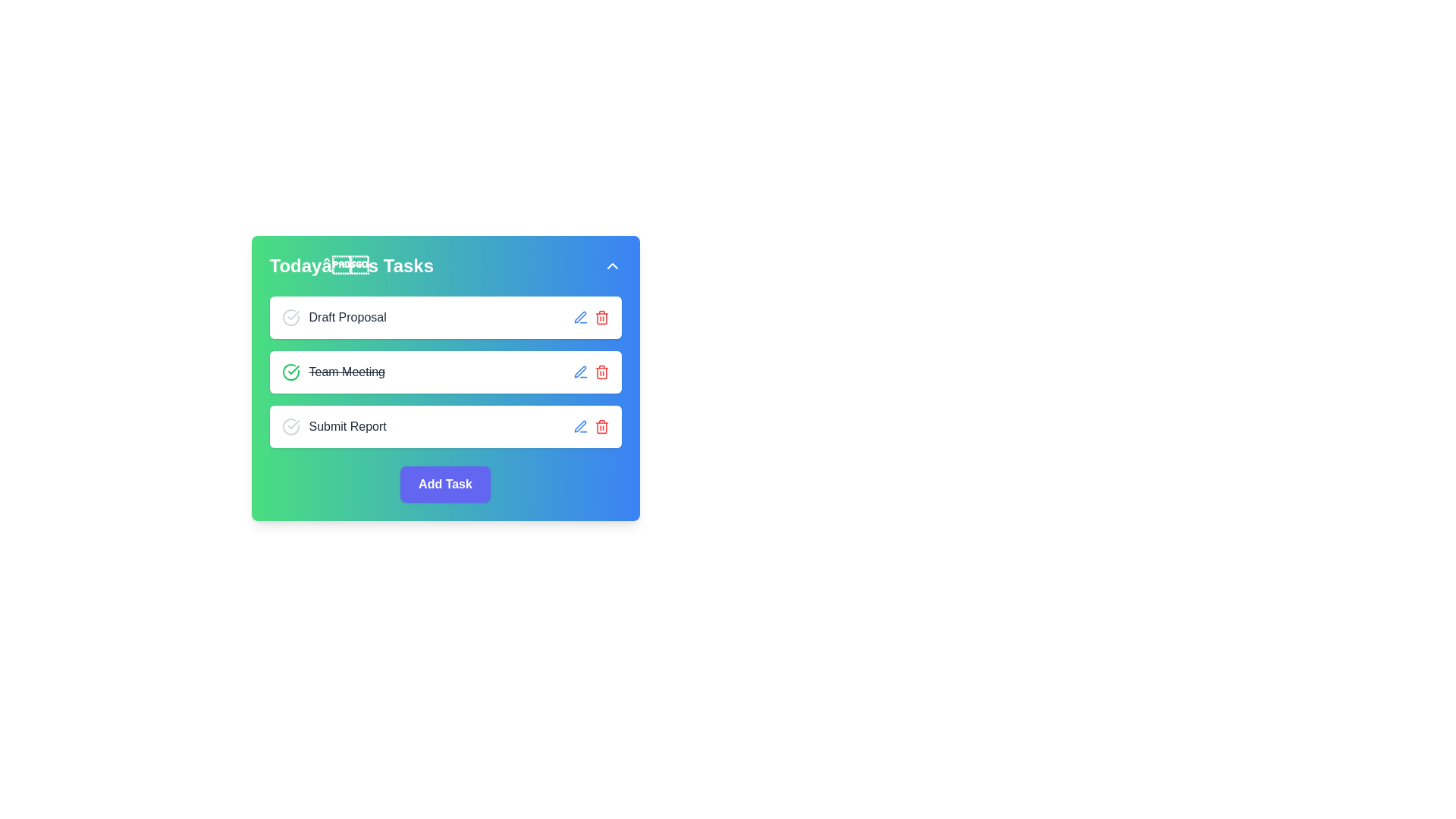 This screenshot has width=1456, height=819. Describe the element at coordinates (332, 372) in the screenshot. I see `the text label displaying 'Team Meeting' with a strikethrough style, indicating completion, located in the second row of tasks` at that location.